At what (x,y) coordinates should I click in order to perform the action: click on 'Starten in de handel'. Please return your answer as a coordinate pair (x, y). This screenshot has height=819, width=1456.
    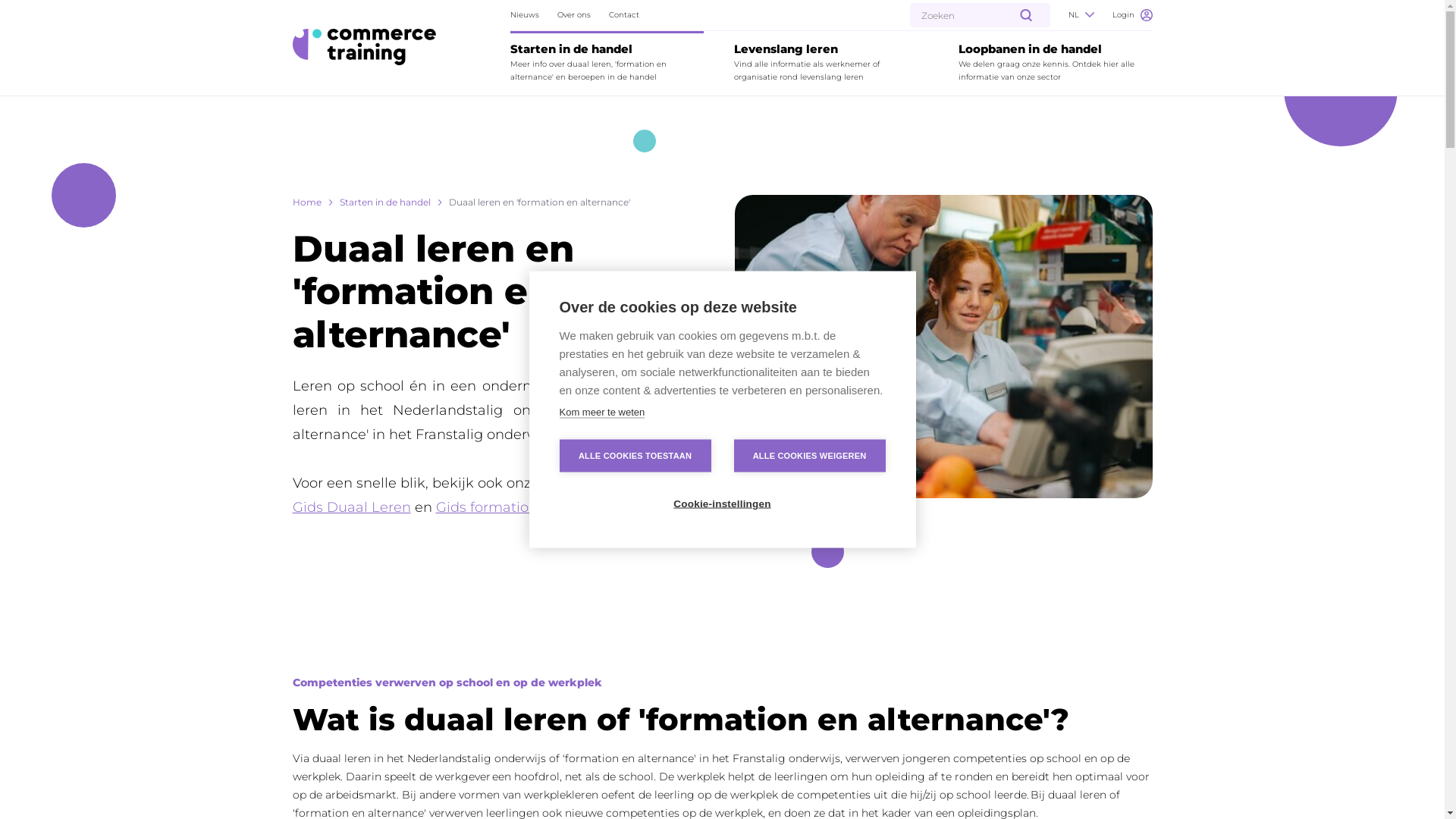
    Looking at the image, I should click on (385, 201).